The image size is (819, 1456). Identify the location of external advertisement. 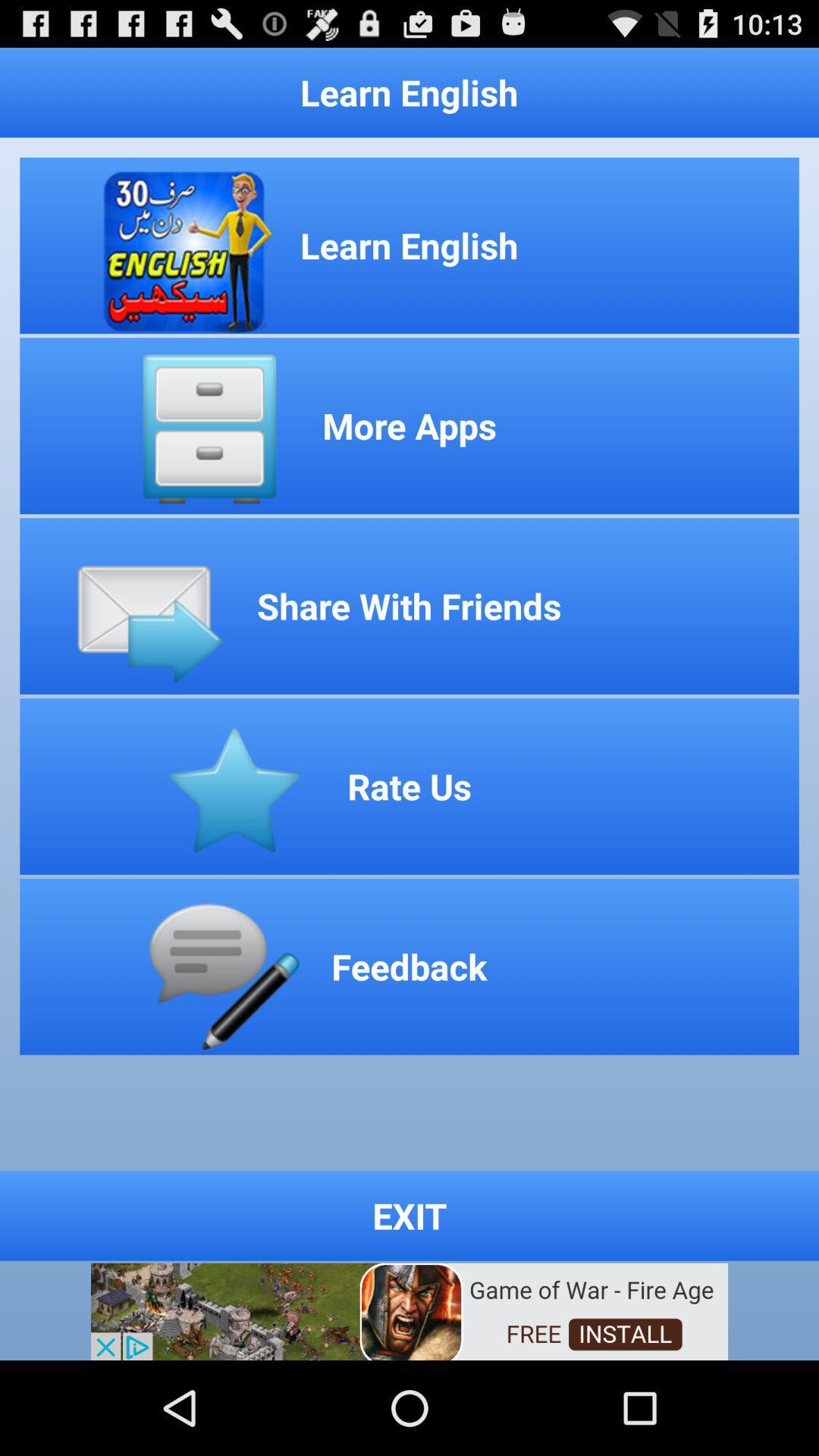
(409, 1310).